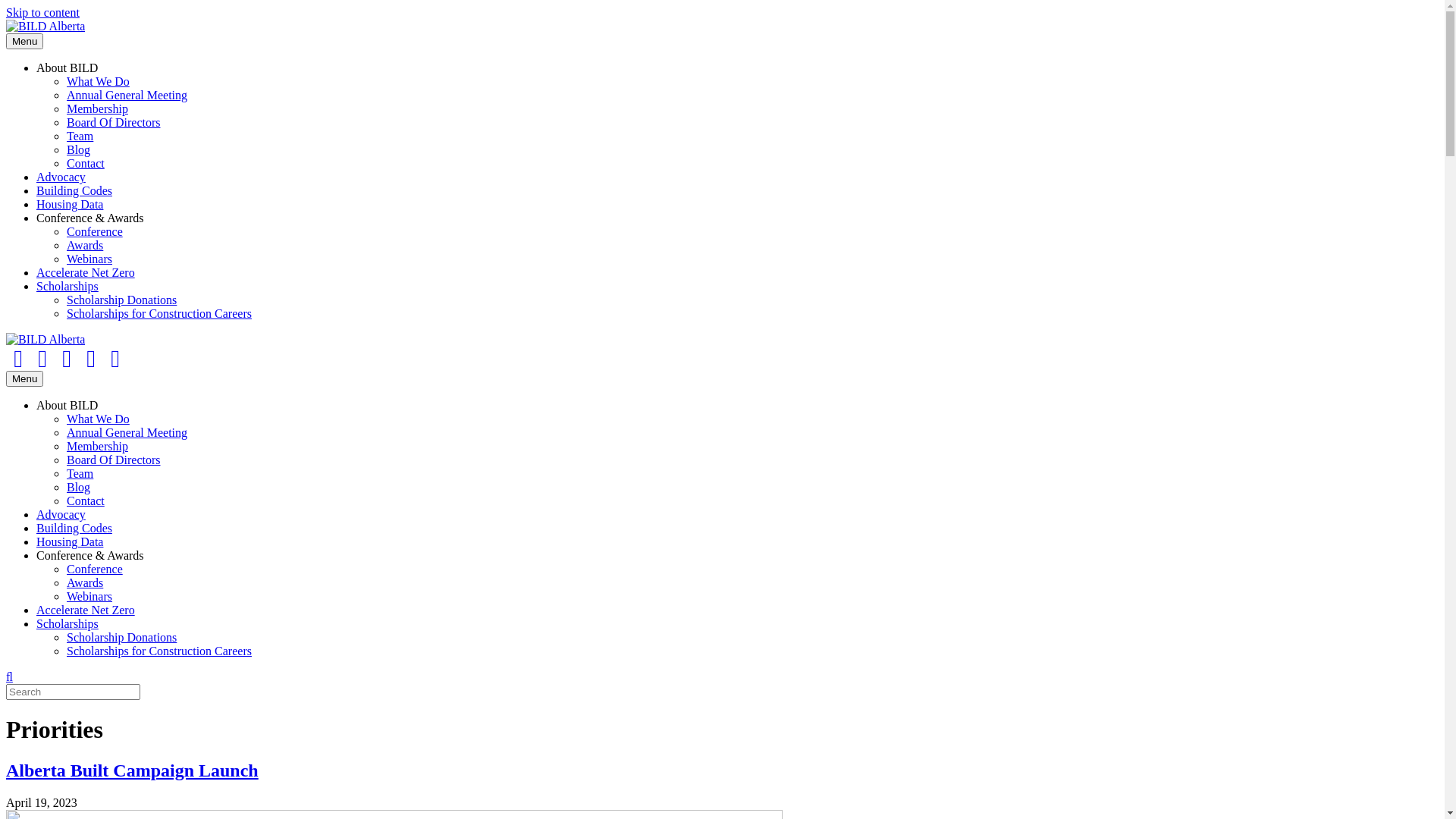 This screenshot has width=1456, height=819. Describe the element at coordinates (127, 95) in the screenshot. I see `'Annual General Meeting'` at that location.